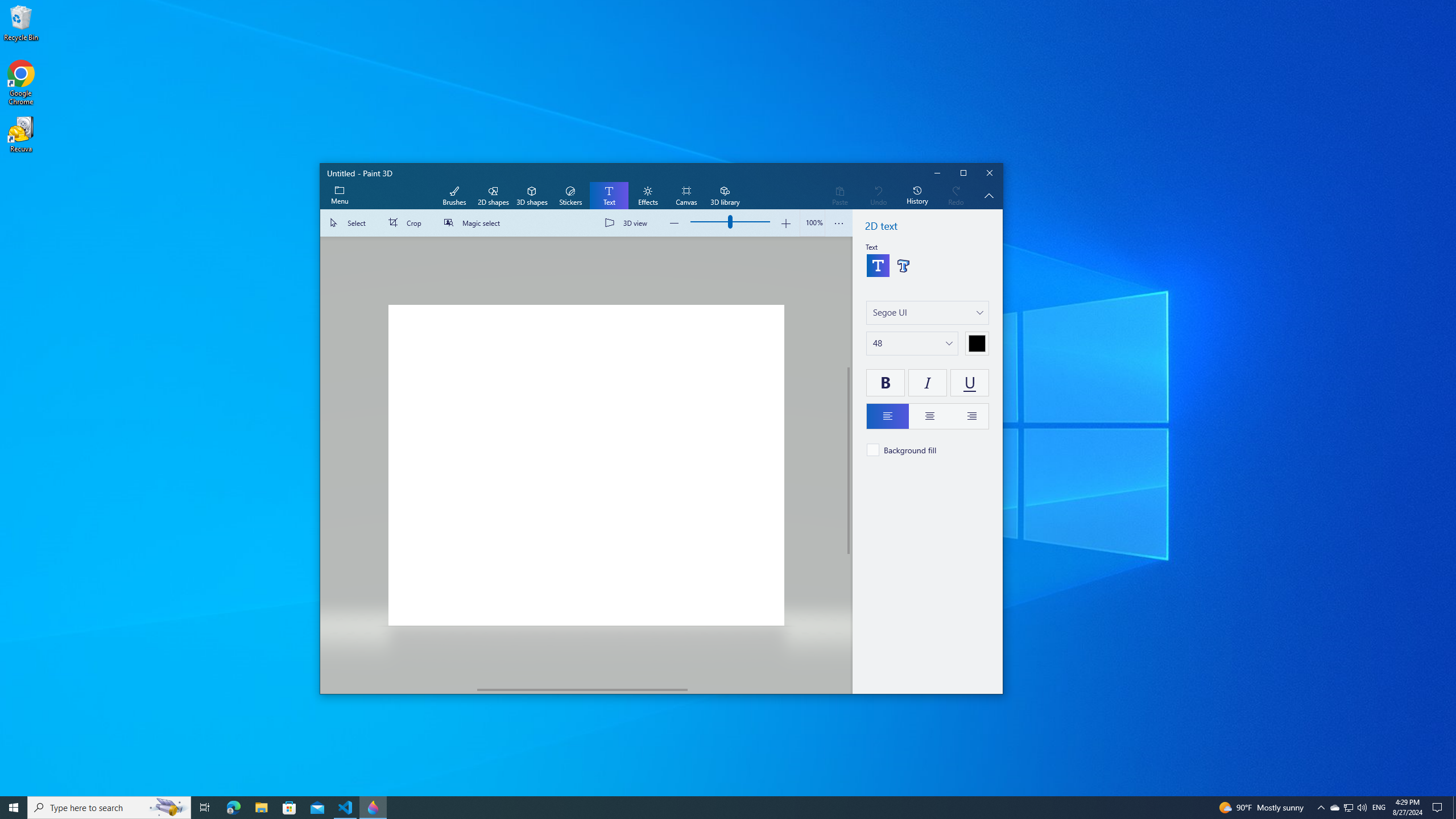 This screenshot has width=1456, height=819. What do you see at coordinates (976, 344) in the screenshot?
I see `'Choose a color'` at bounding box center [976, 344].